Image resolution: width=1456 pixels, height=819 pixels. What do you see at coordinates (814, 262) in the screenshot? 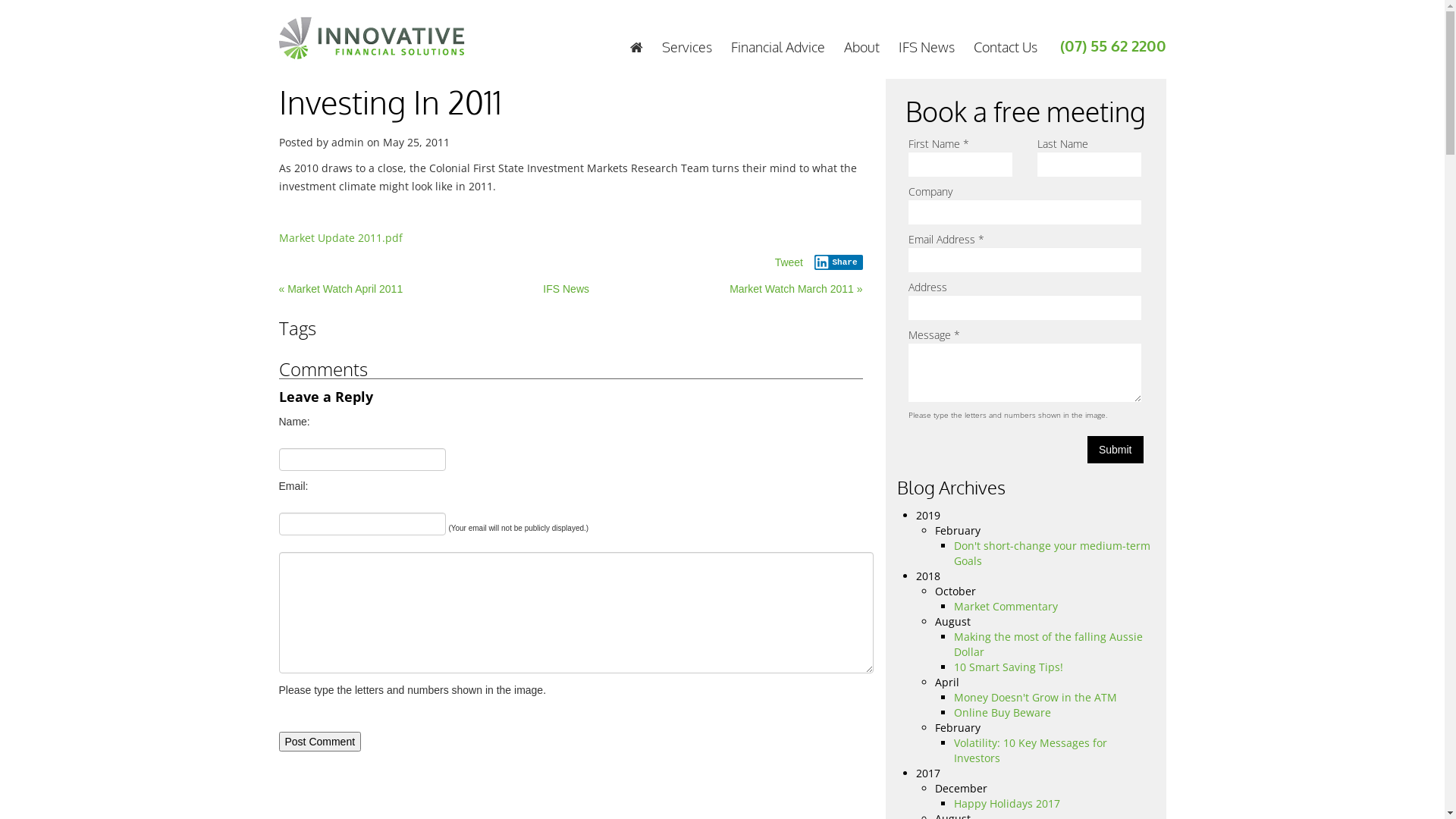
I see `'Share'` at bounding box center [814, 262].